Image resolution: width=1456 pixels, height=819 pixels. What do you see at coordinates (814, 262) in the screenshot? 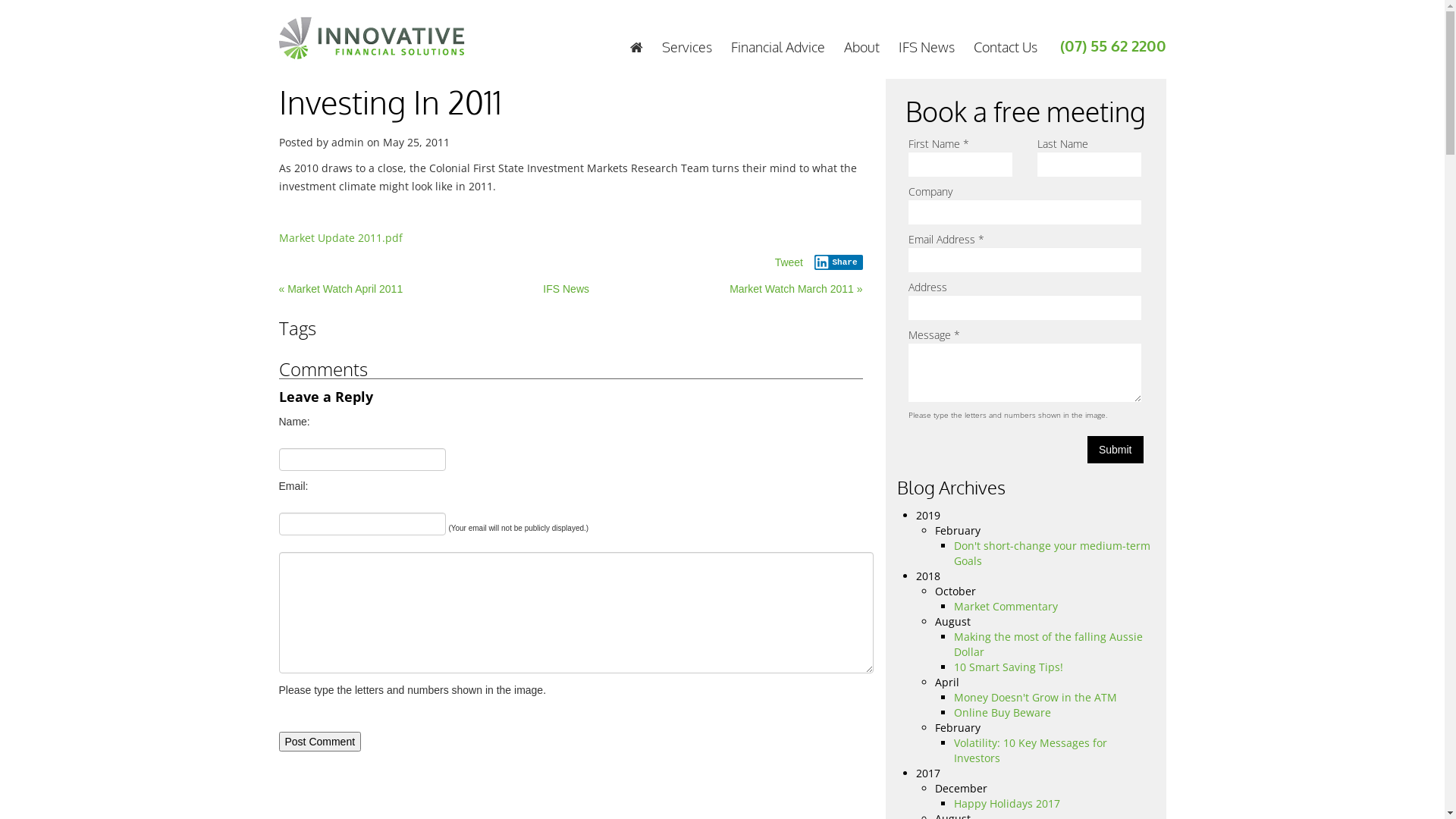
I see `'Share'` at bounding box center [814, 262].